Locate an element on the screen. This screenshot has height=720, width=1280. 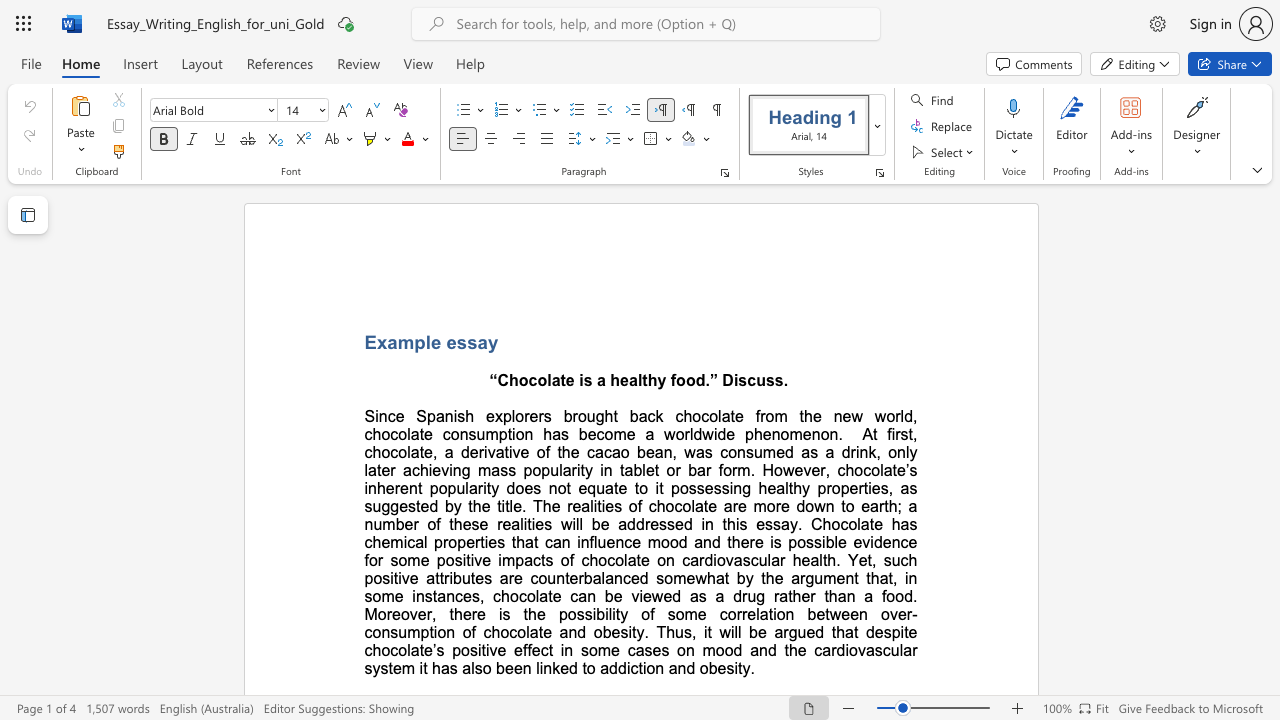
the subset text "say" within the text "Example essay" is located at coordinates (466, 341).